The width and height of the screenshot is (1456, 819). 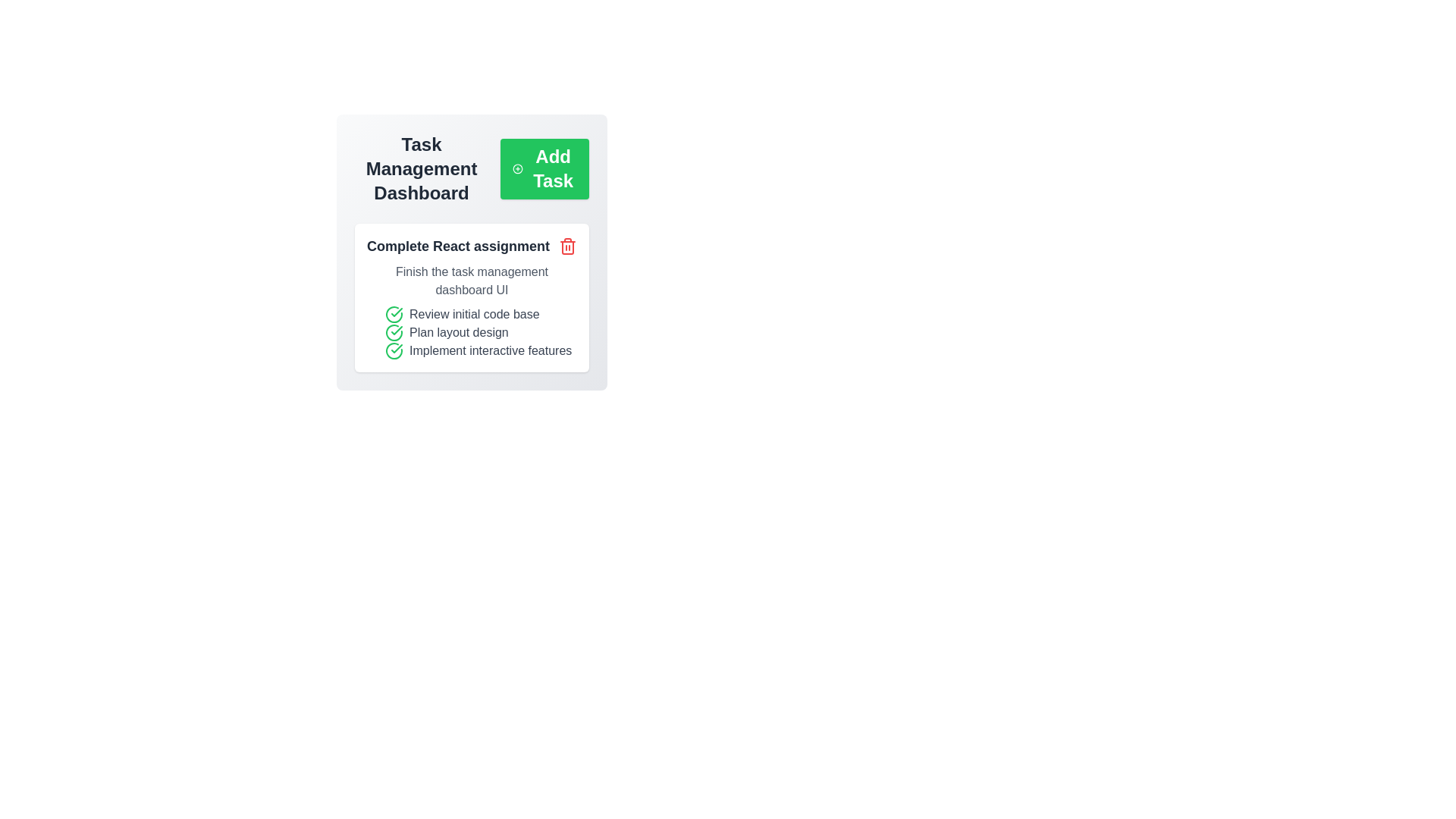 I want to click on the list item labeled 'Implement interactive features' with a green checkmark icon, so click(x=480, y=350).